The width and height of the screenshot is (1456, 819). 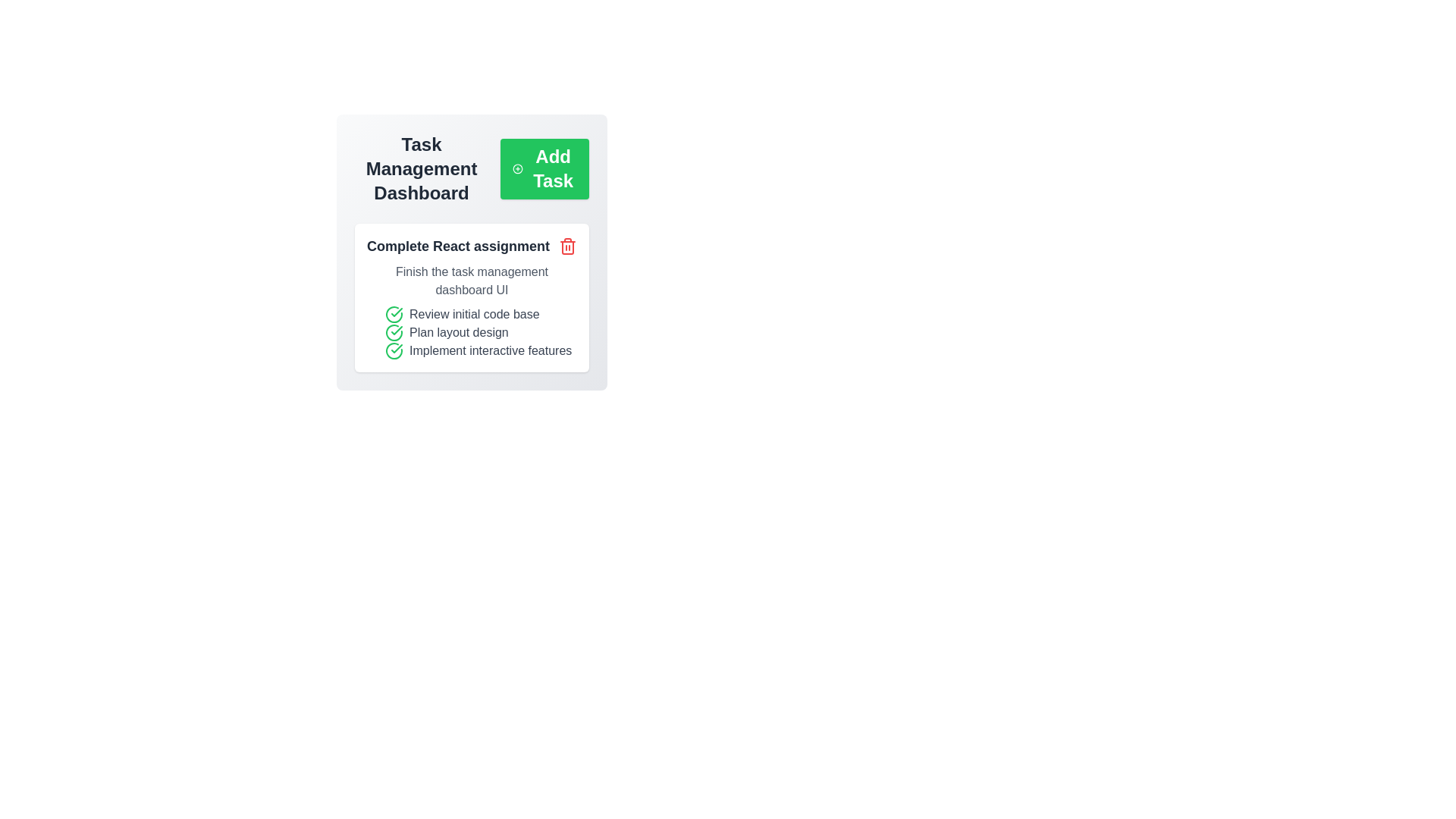 I want to click on the list item labeled 'Implement interactive features' with a green checkmark icon, so click(x=480, y=350).